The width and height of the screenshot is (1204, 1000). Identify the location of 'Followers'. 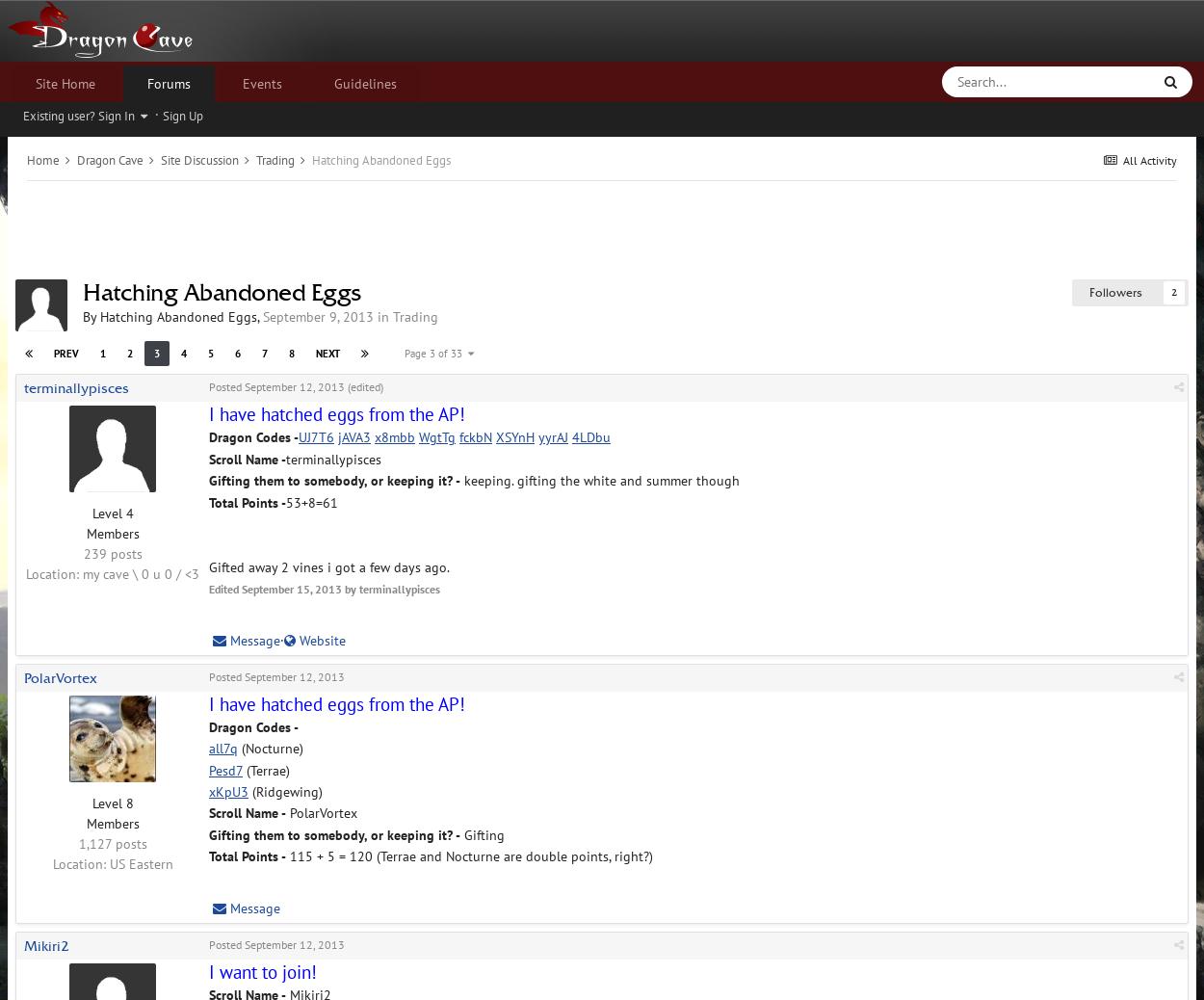
(1089, 292).